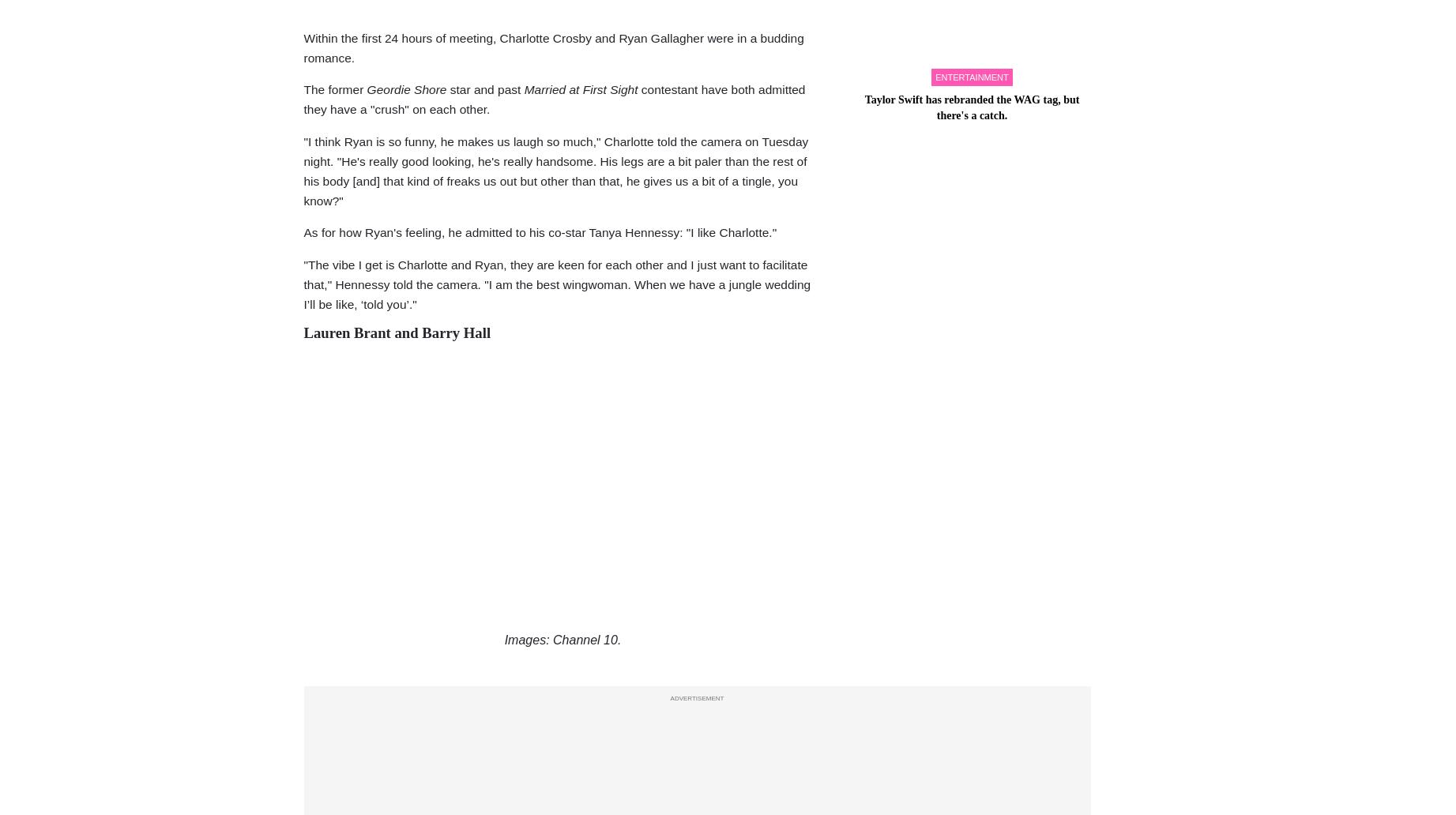 Image resolution: width=1456 pixels, height=815 pixels. Describe the element at coordinates (397, 331) in the screenshot. I see `'Lauren Brant and Barry Hall'` at that location.